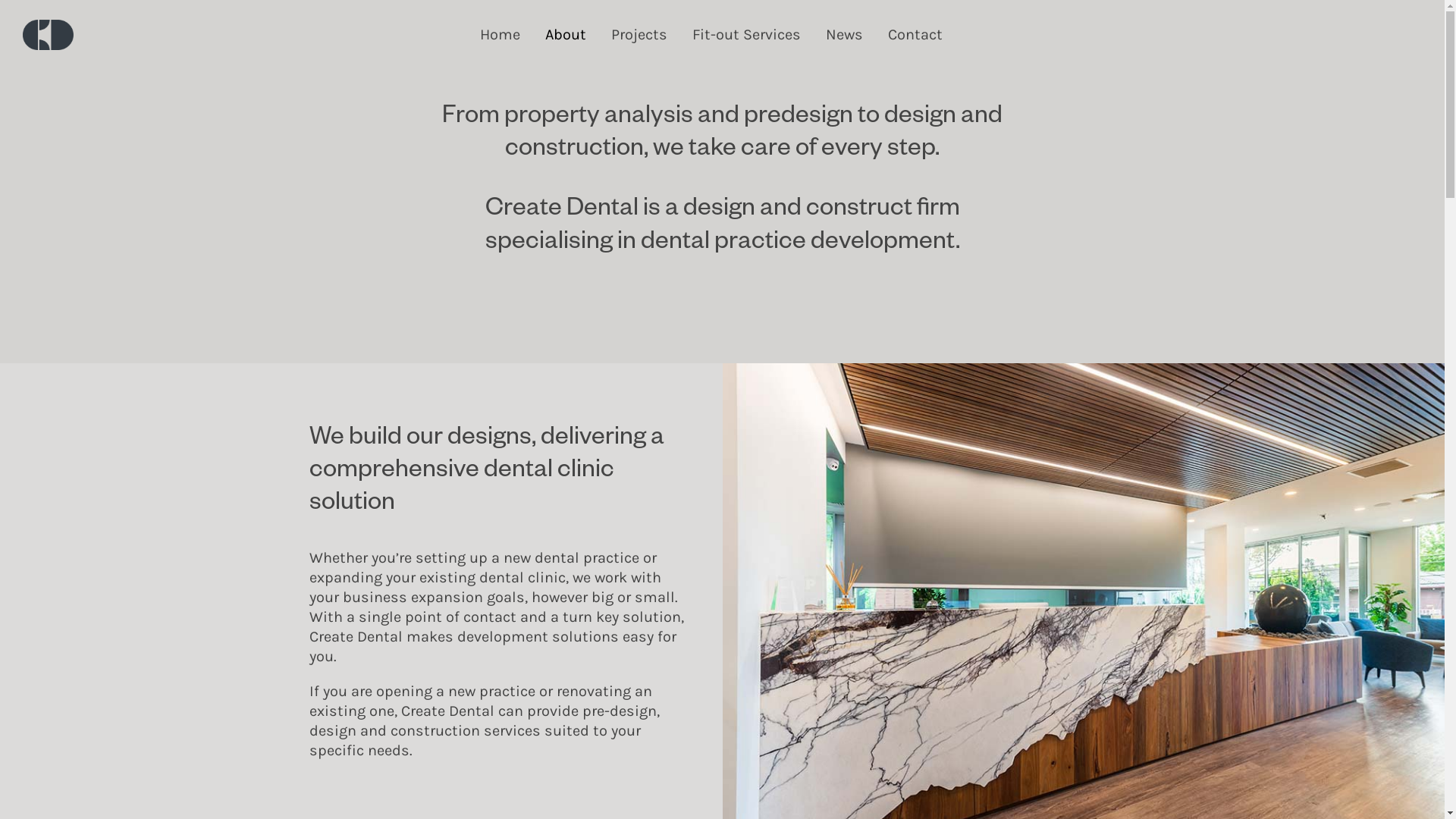 This screenshot has width=1456, height=819. I want to click on 'Projects', so click(639, 34).